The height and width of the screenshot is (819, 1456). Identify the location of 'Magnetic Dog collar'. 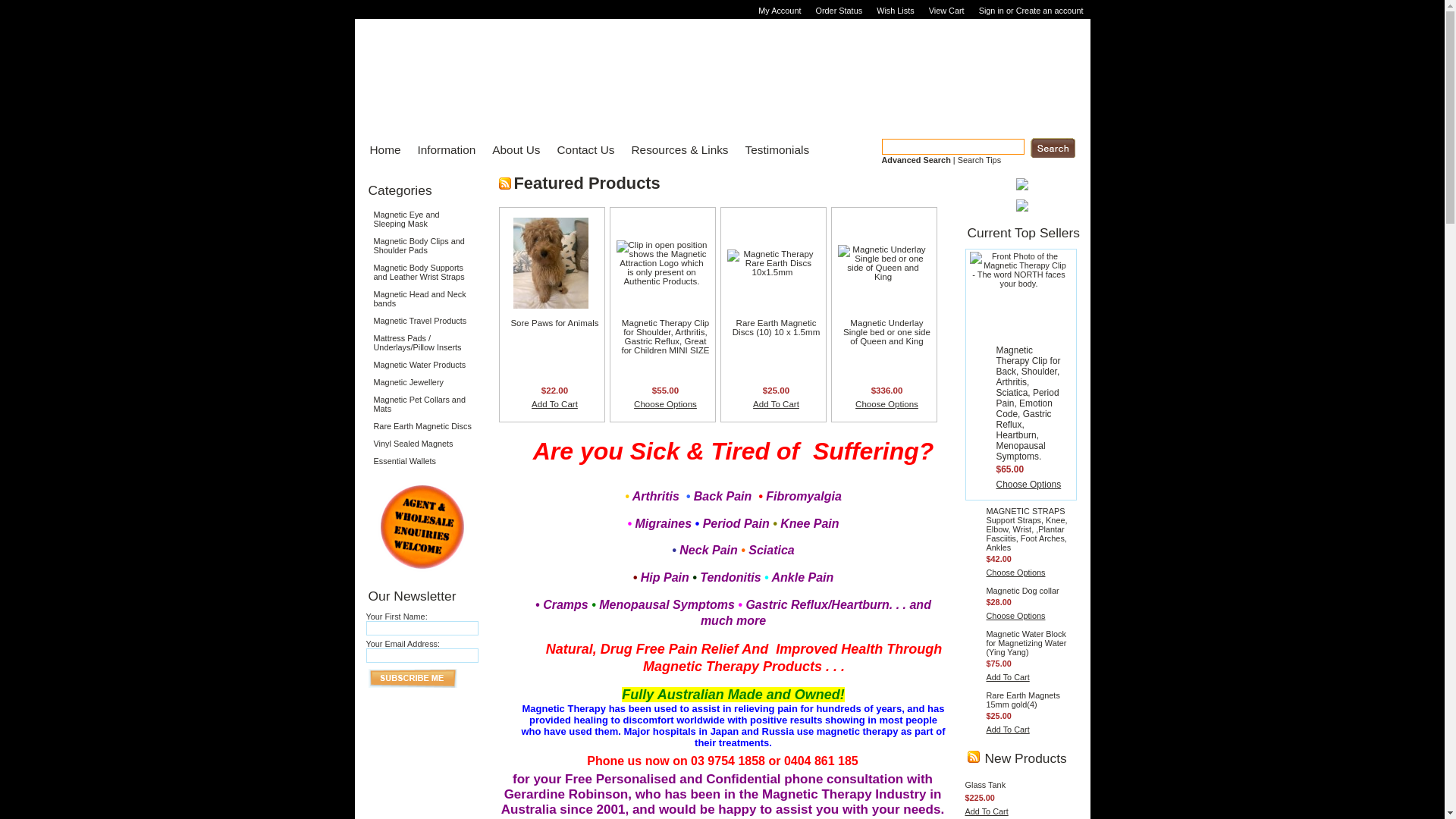
(1022, 590).